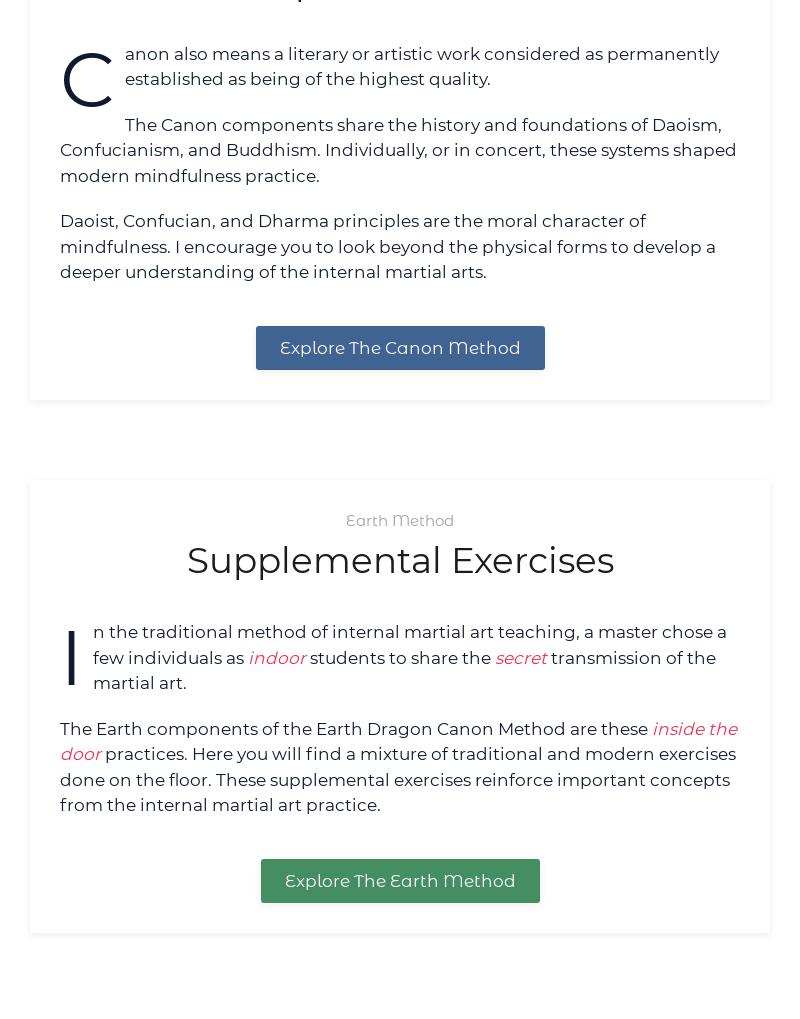 Image resolution: width=800 pixels, height=1019 pixels. What do you see at coordinates (279, 346) in the screenshot?
I see `'Explore The Canon Method'` at bounding box center [279, 346].